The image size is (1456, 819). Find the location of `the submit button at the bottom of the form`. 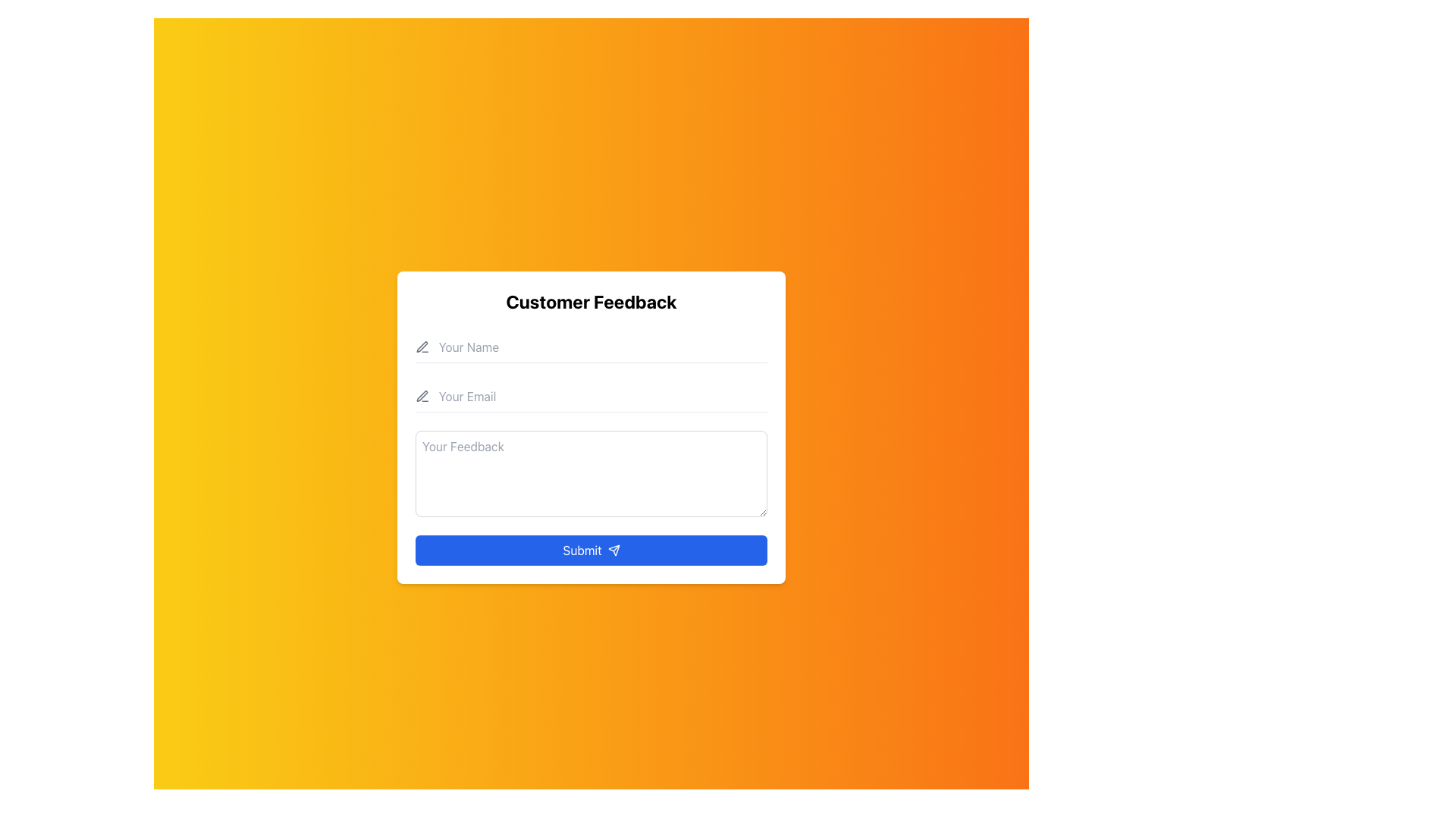

the submit button at the bottom of the form is located at coordinates (590, 550).